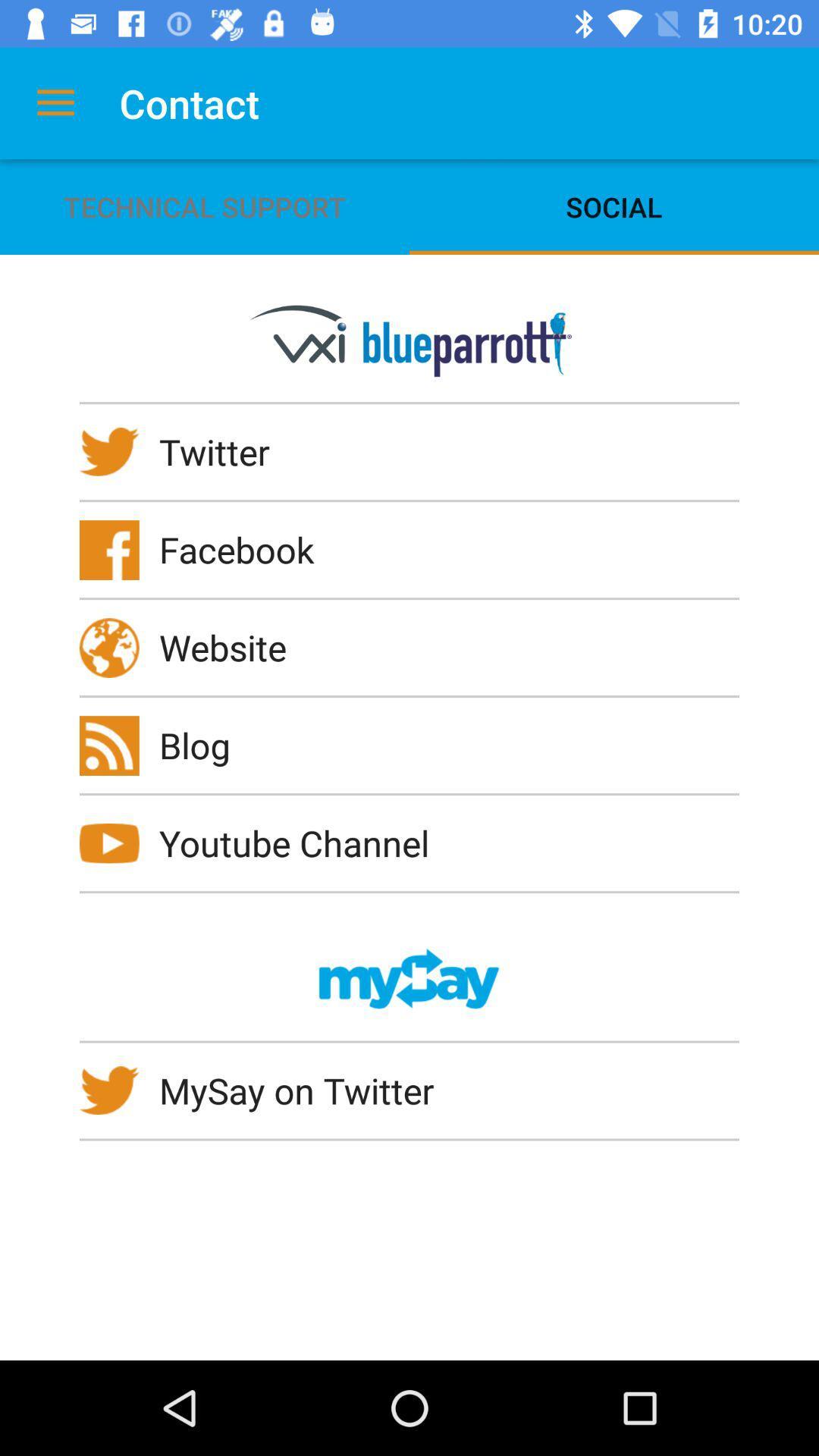  I want to click on facebook icon, so click(246, 548).